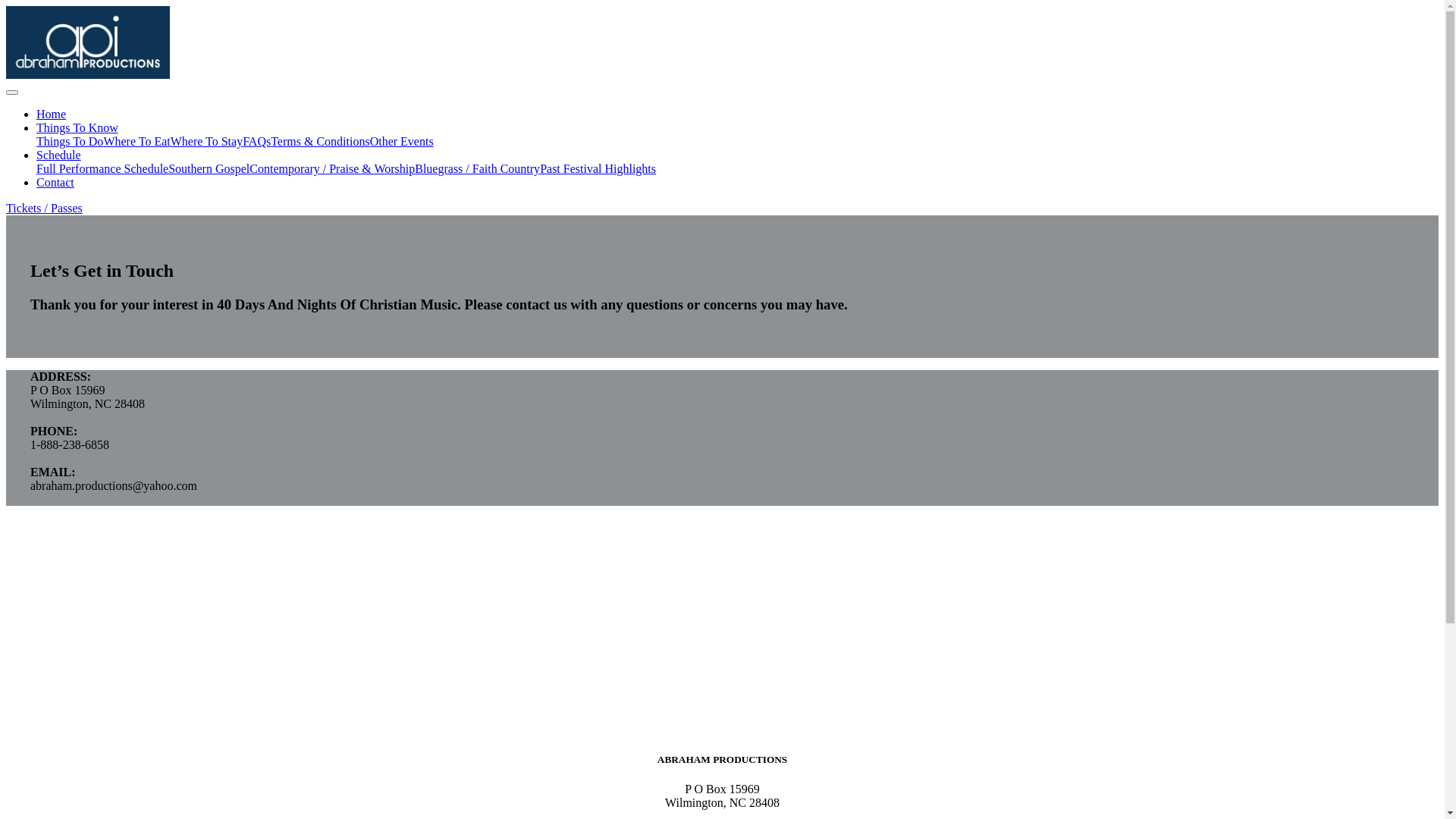  Describe the element at coordinates (401, 141) in the screenshot. I see `'Other Events'` at that location.